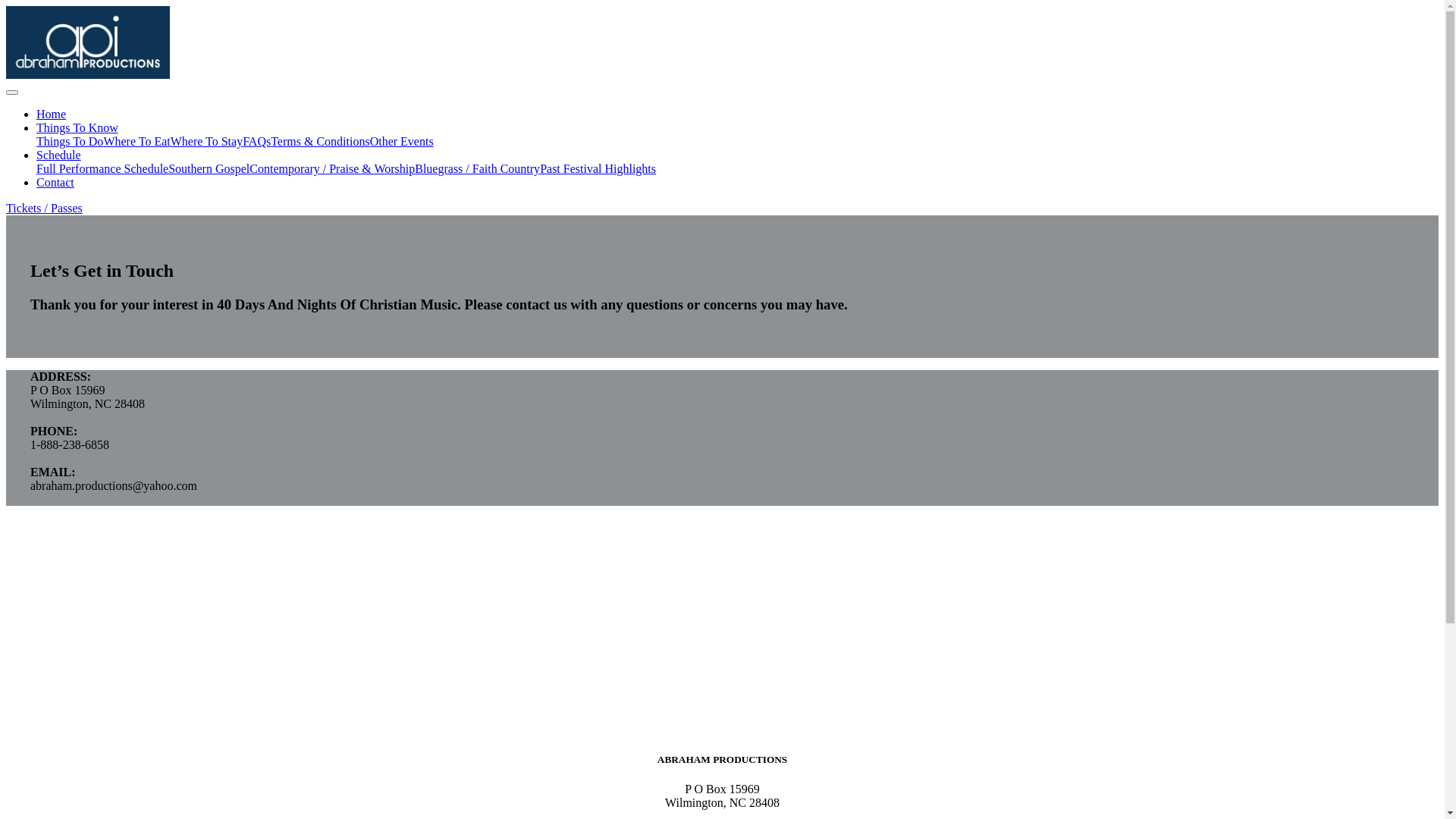  Describe the element at coordinates (401, 141) in the screenshot. I see `'Other Events'` at that location.